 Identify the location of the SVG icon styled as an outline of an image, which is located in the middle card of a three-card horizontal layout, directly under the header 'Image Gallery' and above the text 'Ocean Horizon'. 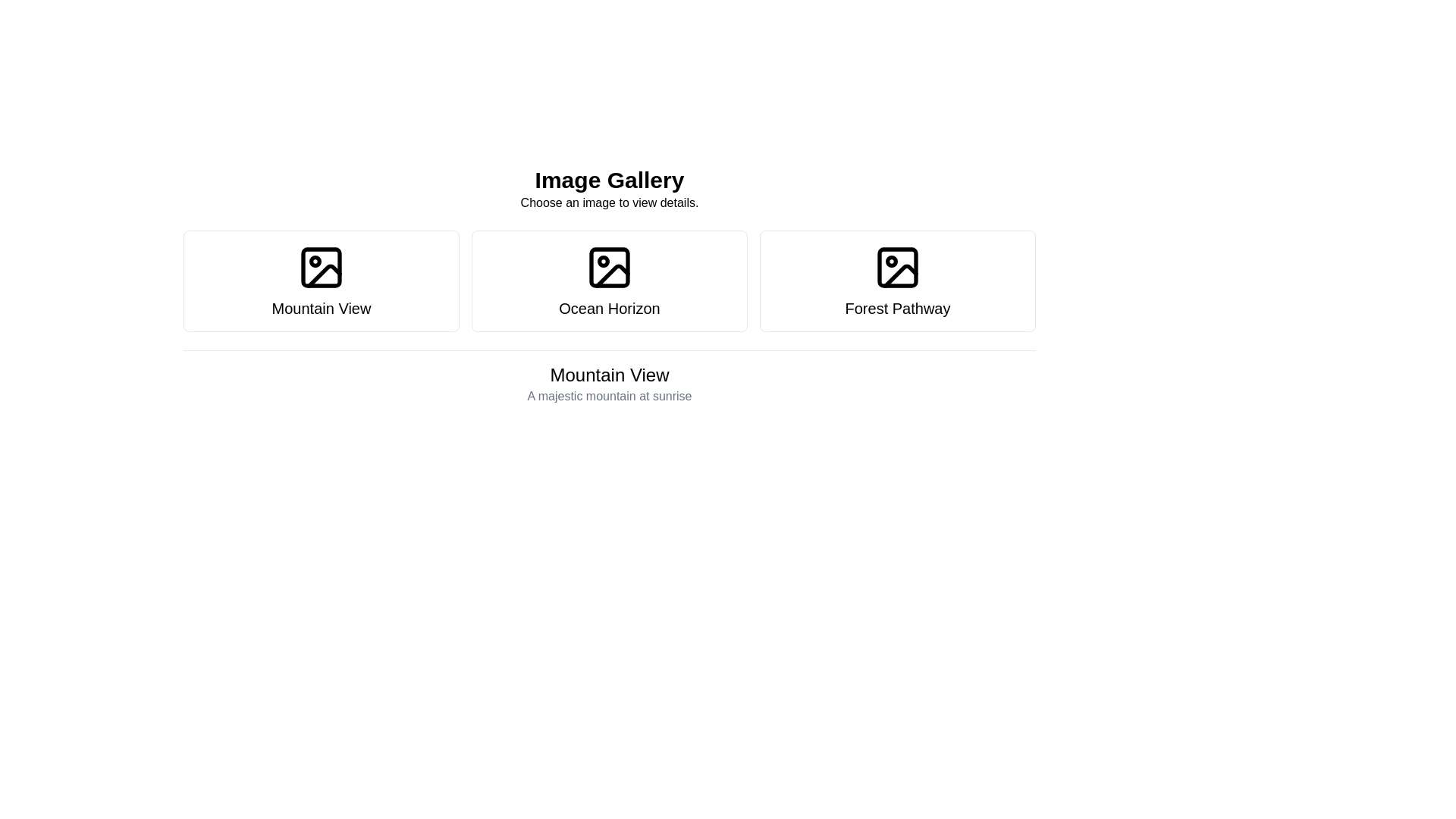
(610, 267).